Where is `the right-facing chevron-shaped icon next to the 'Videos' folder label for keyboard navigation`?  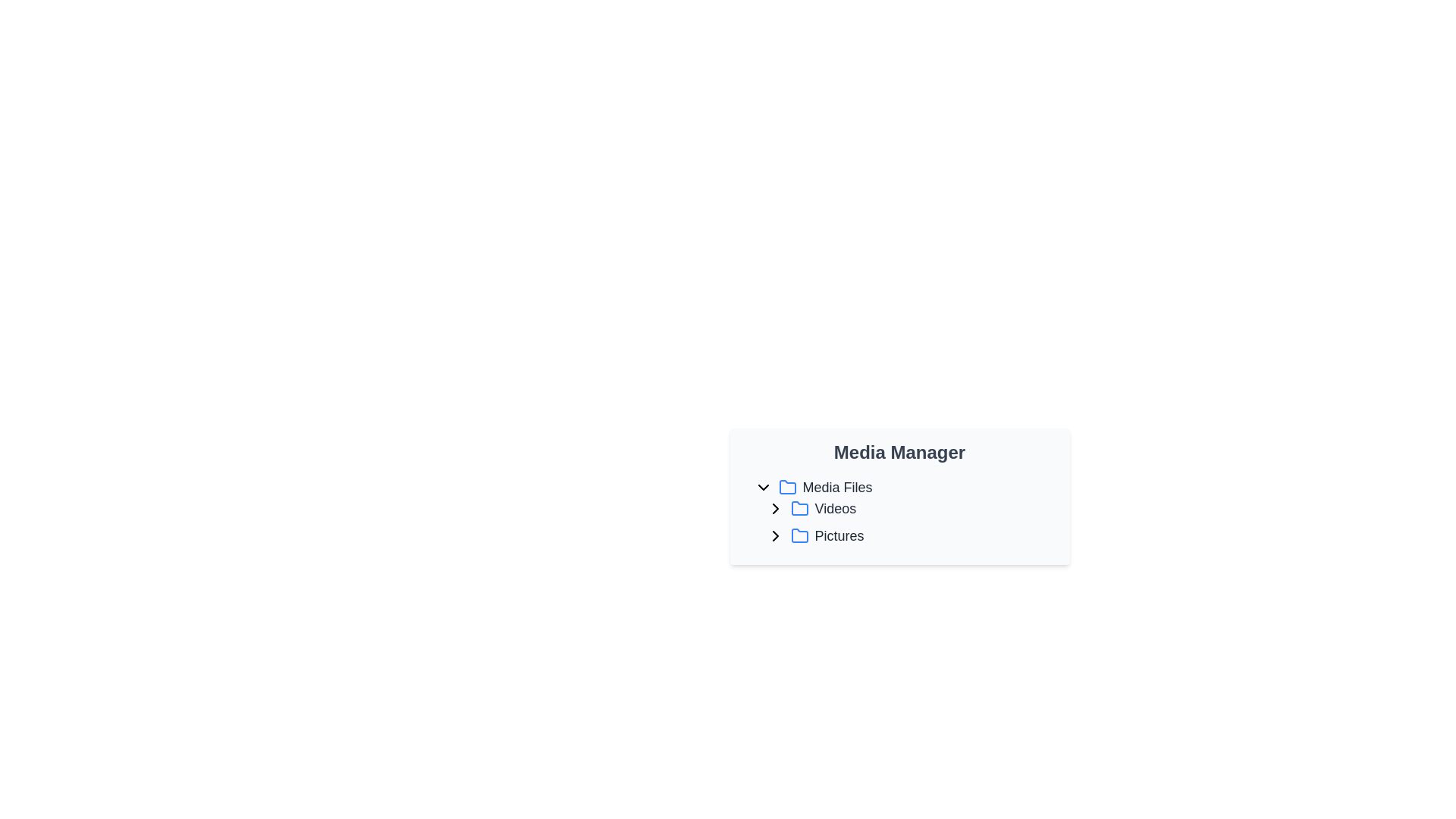 the right-facing chevron-shaped icon next to the 'Videos' folder label for keyboard navigation is located at coordinates (775, 509).